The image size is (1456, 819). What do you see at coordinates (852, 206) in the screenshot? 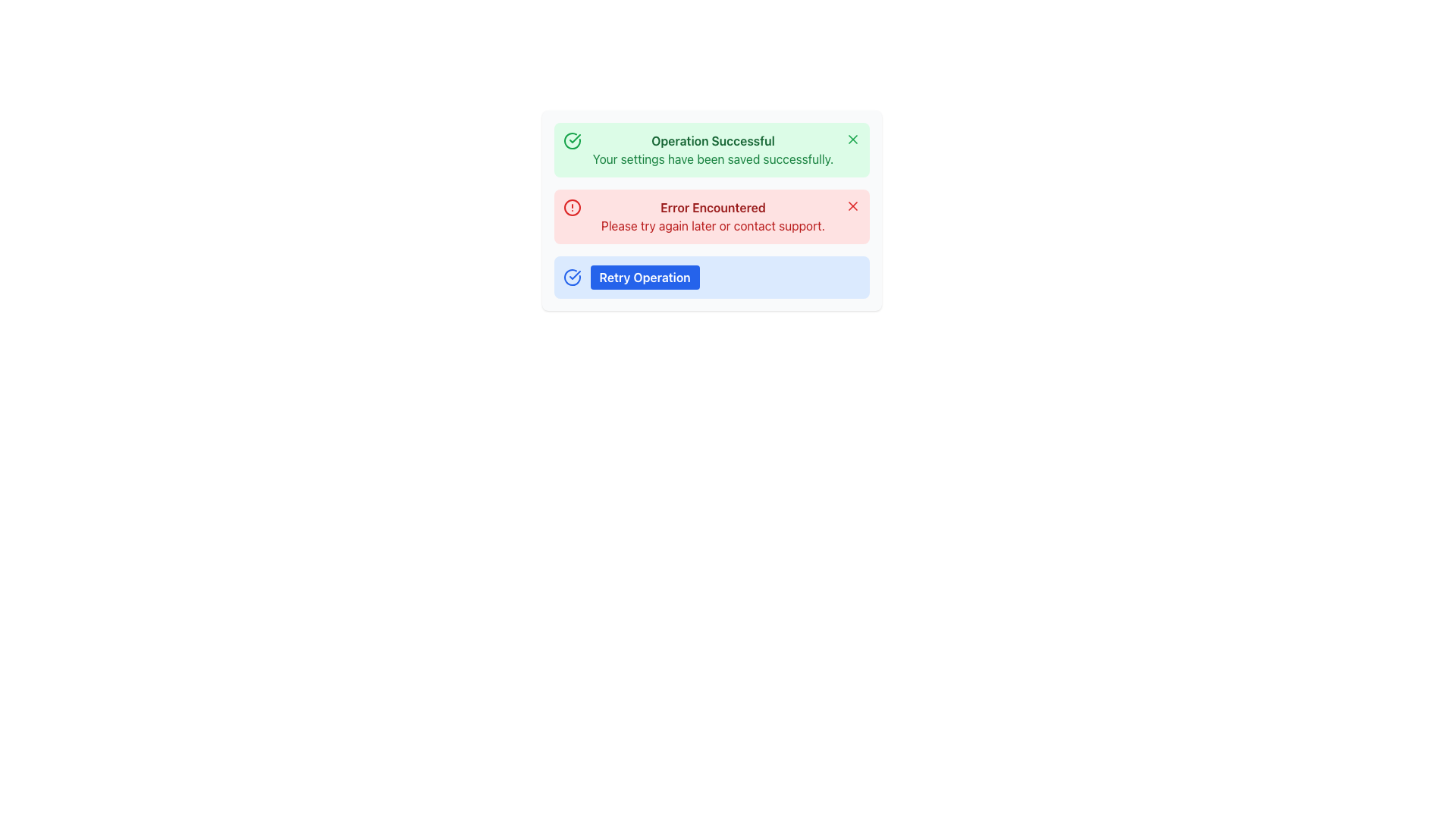
I see `the red 'X' close button located at the far-right edge of the error message panel indicating 'Error Encountered'` at bounding box center [852, 206].